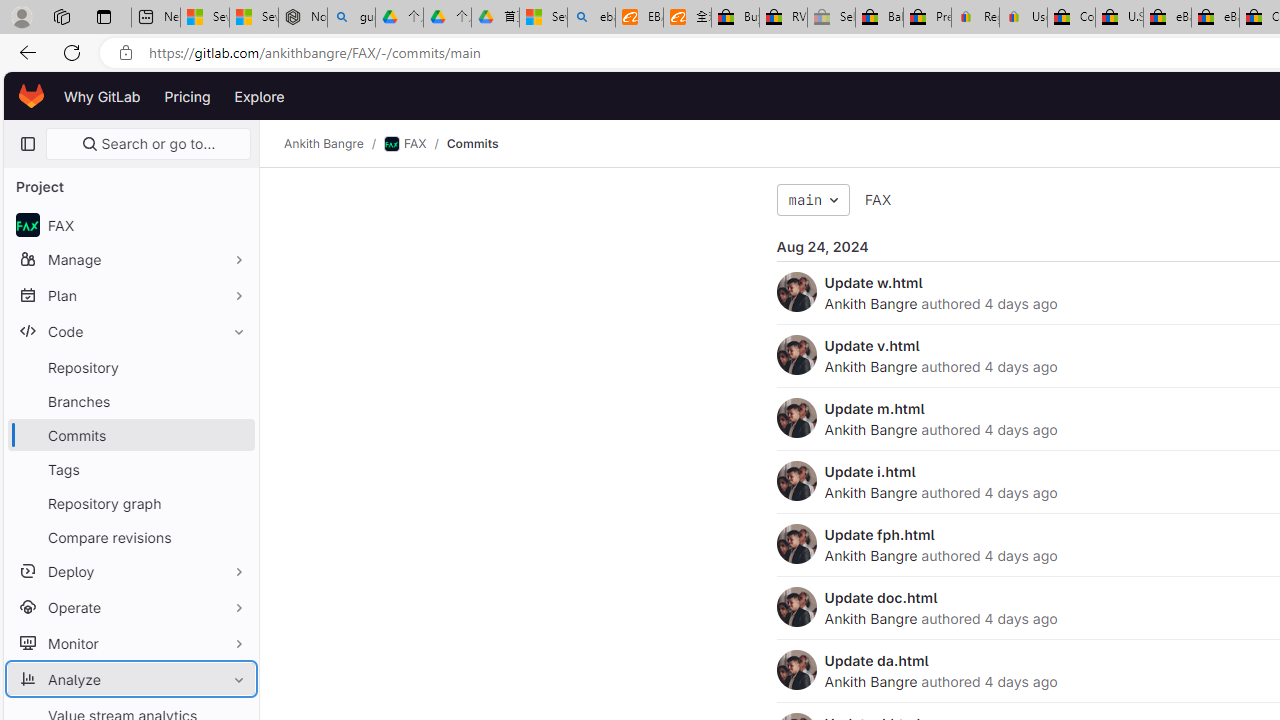 The width and height of the screenshot is (1280, 720). I want to click on 'Deploy', so click(130, 570).